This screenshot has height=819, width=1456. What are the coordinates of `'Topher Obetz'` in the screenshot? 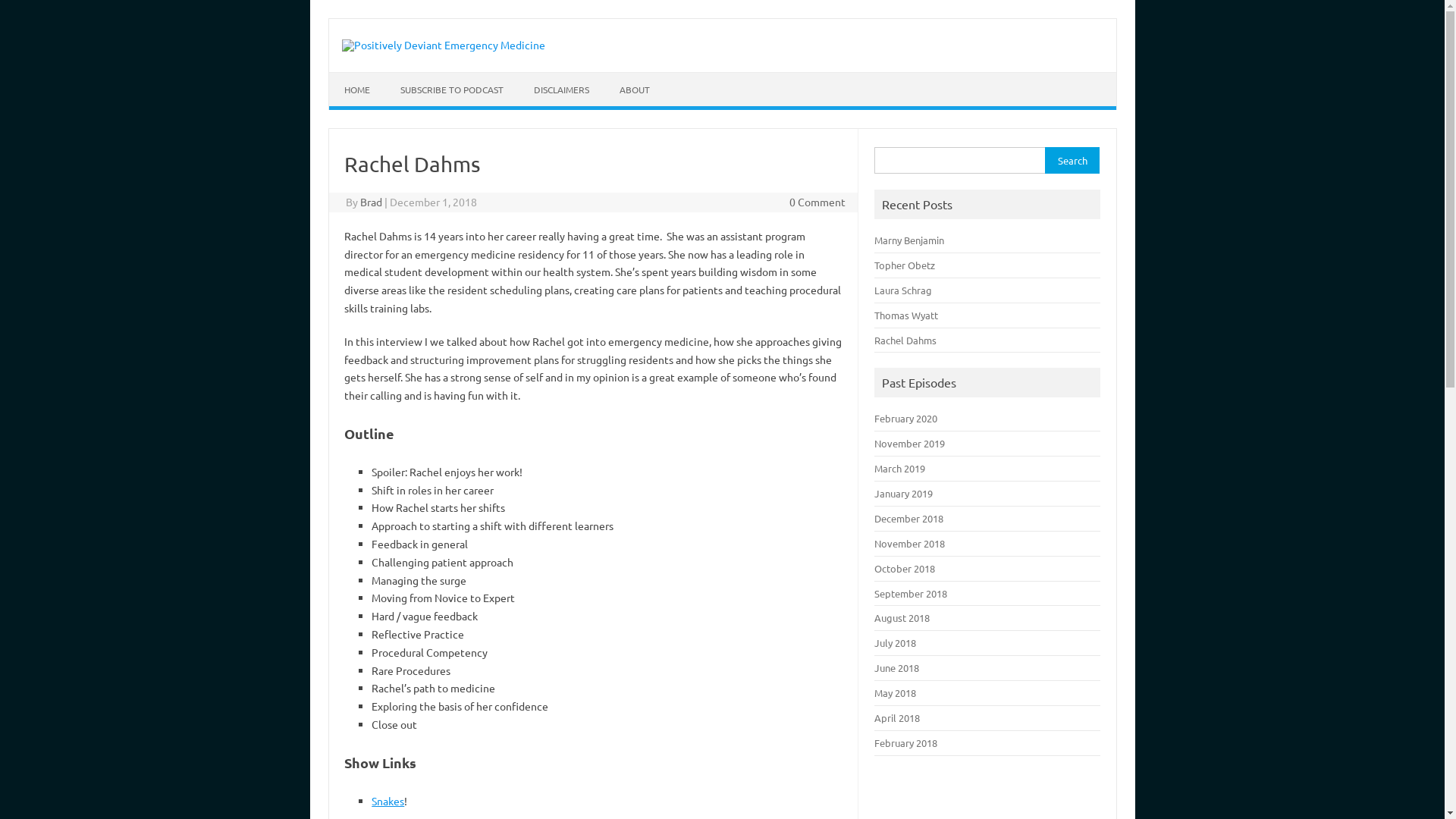 It's located at (905, 264).